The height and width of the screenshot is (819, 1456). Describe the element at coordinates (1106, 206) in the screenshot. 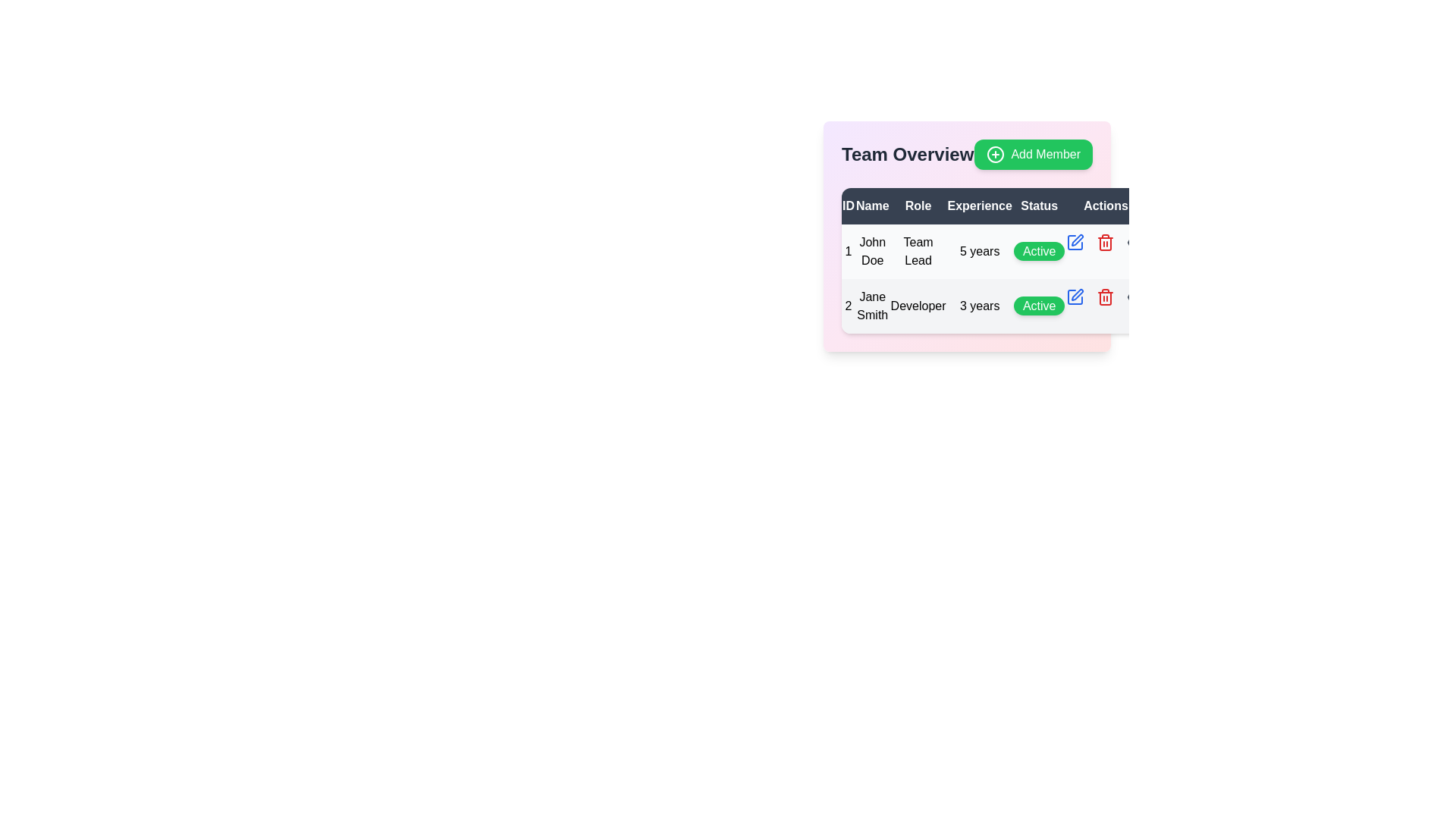

I see `the text label reading 'Actions', which is styled with a bold white font on a dark background and is the last label in a horizontal header row` at that location.